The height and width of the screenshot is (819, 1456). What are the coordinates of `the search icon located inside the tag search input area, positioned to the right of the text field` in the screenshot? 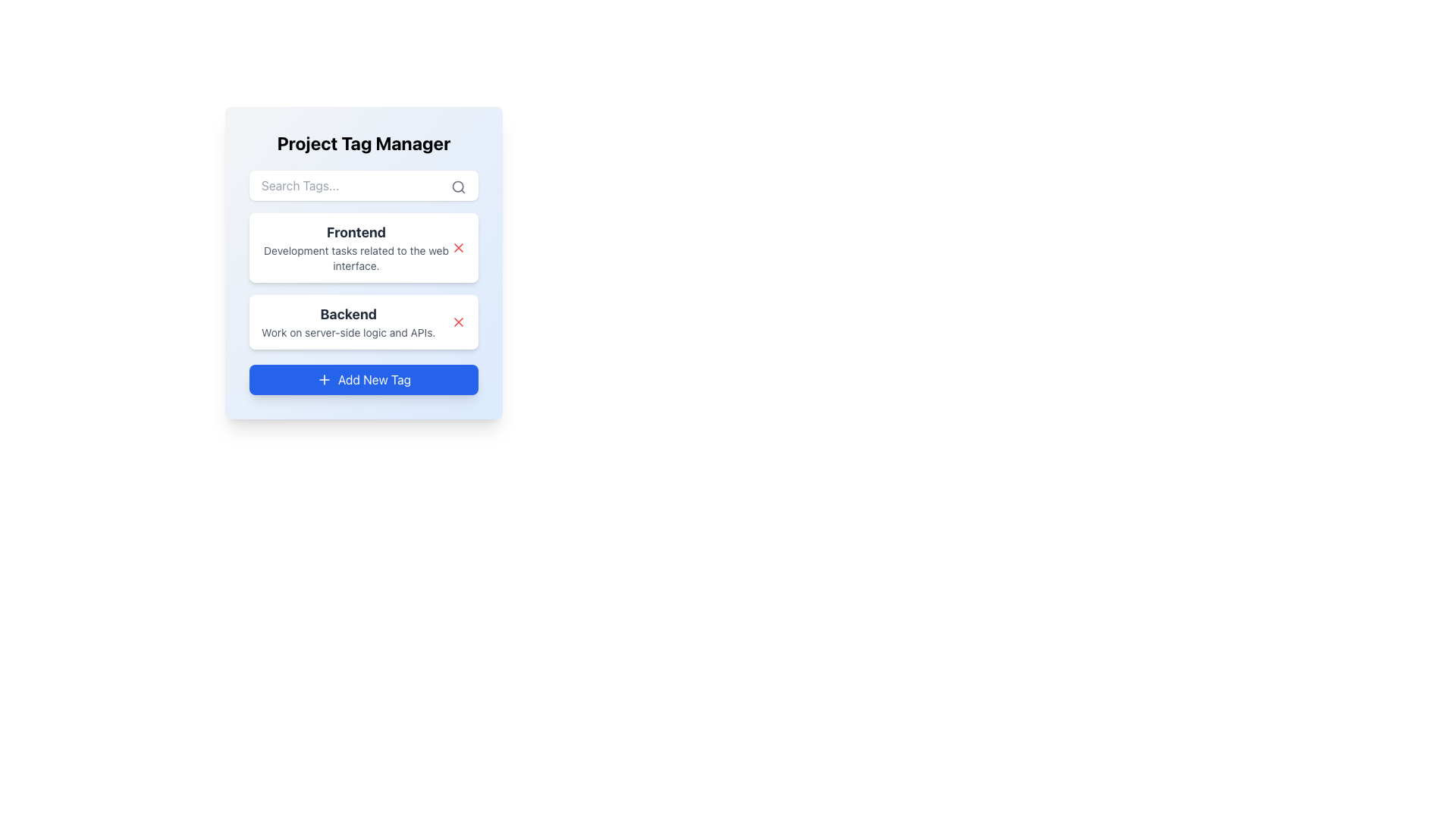 It's located at (457, 186).